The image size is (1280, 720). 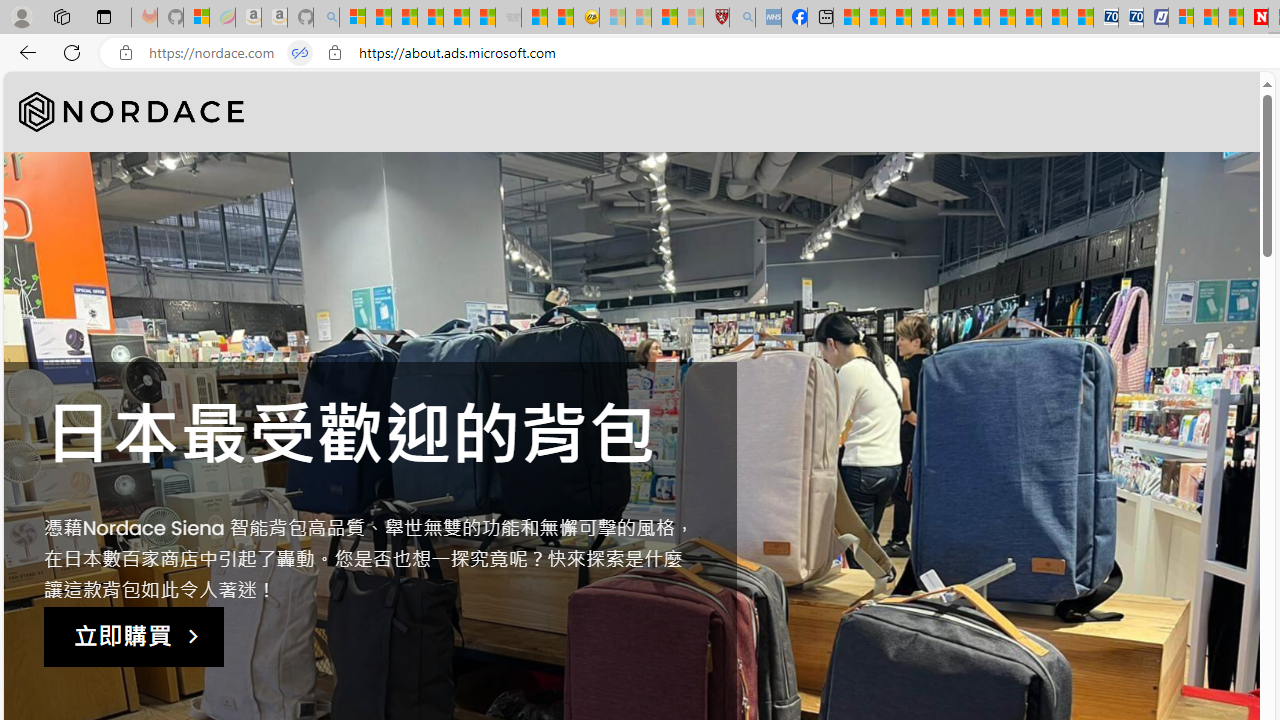 I want to click on 'Microsoft account | Privacy', so click(x=1180, y=17).